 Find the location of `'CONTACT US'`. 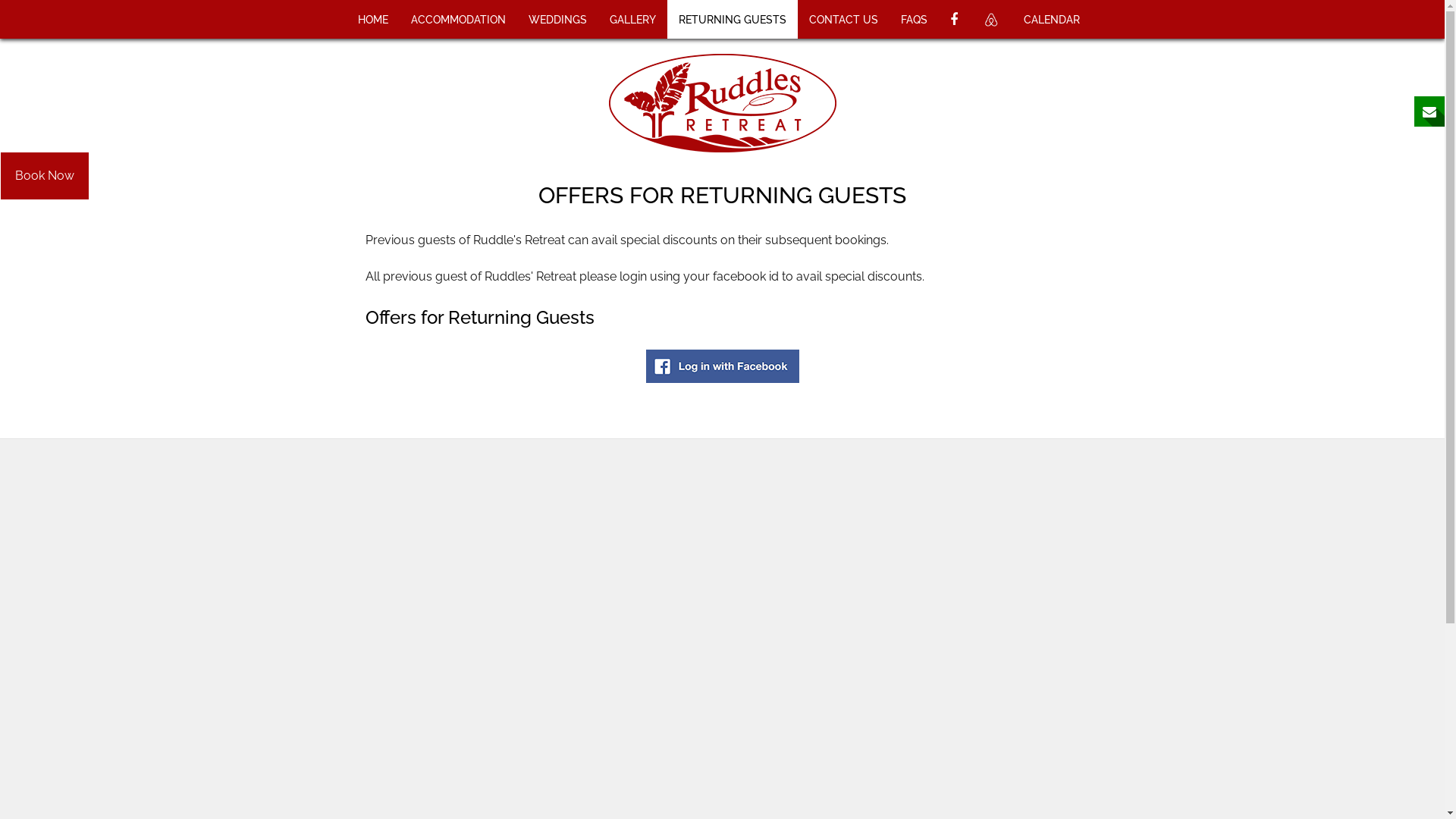

'CONTACT US' is located at coordinates (843, 19).